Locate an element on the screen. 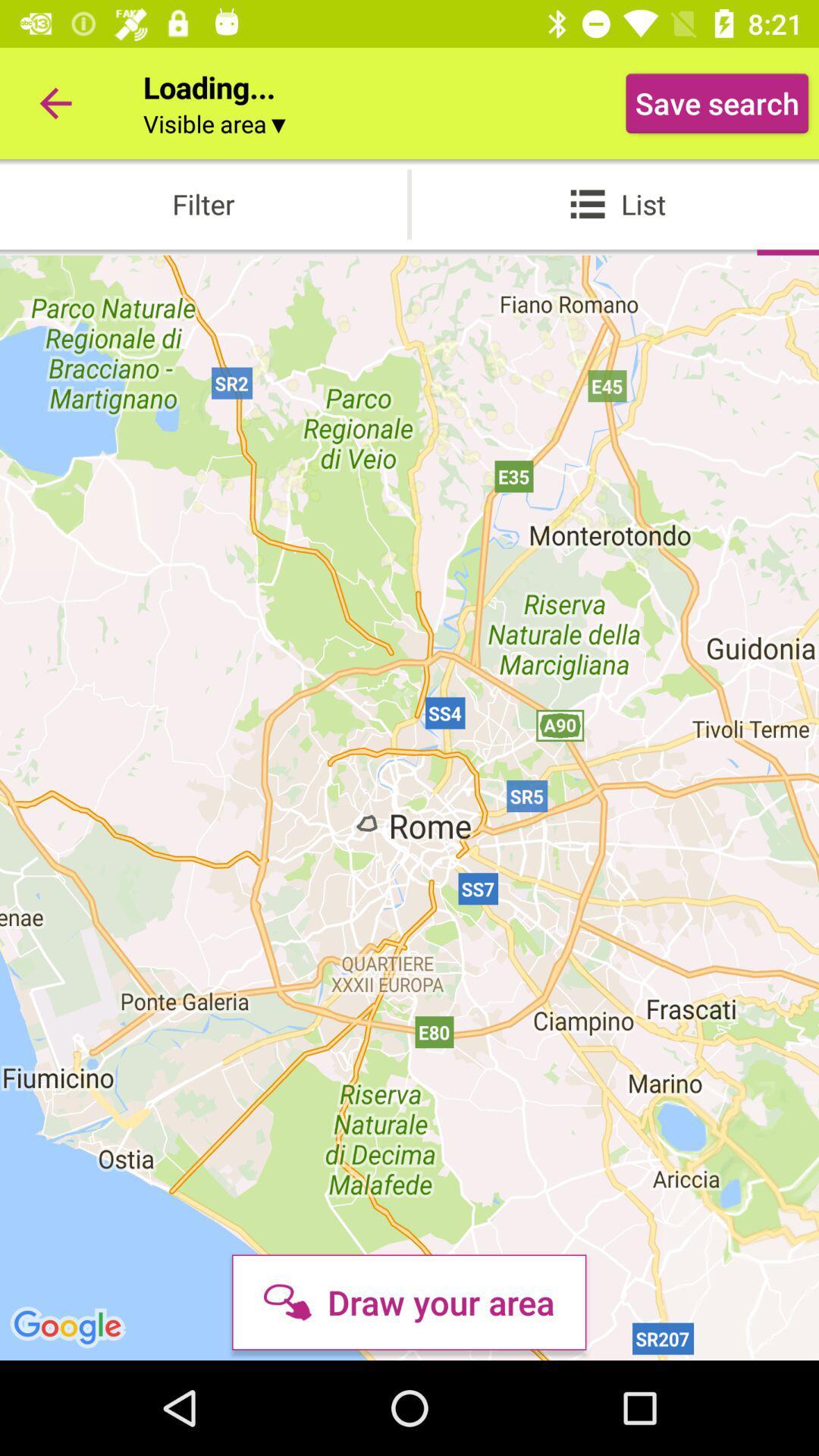 The image size is (819, 1456). the icon to the right of loading... is located at coordinates (717, 102).